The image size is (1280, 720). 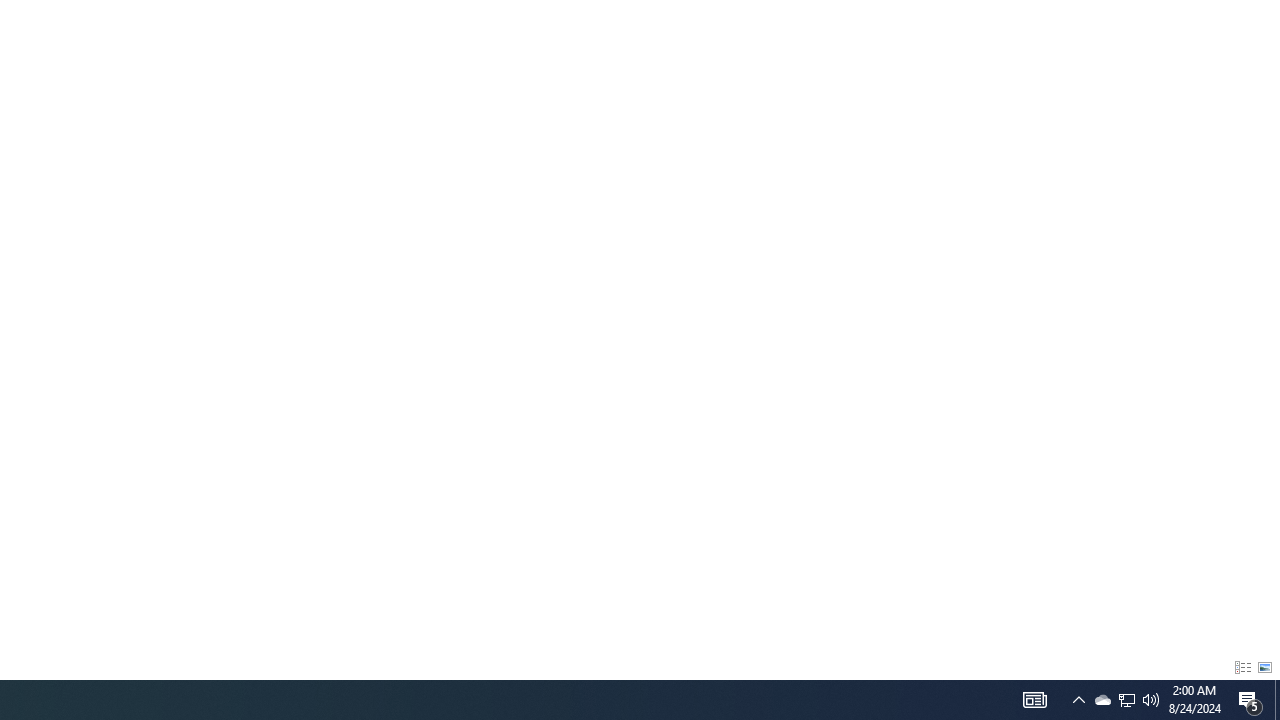 What do you see at coordinates (1241, 668) in the screenshot?
I see `'Details'` at bounding box center [1241, 668].